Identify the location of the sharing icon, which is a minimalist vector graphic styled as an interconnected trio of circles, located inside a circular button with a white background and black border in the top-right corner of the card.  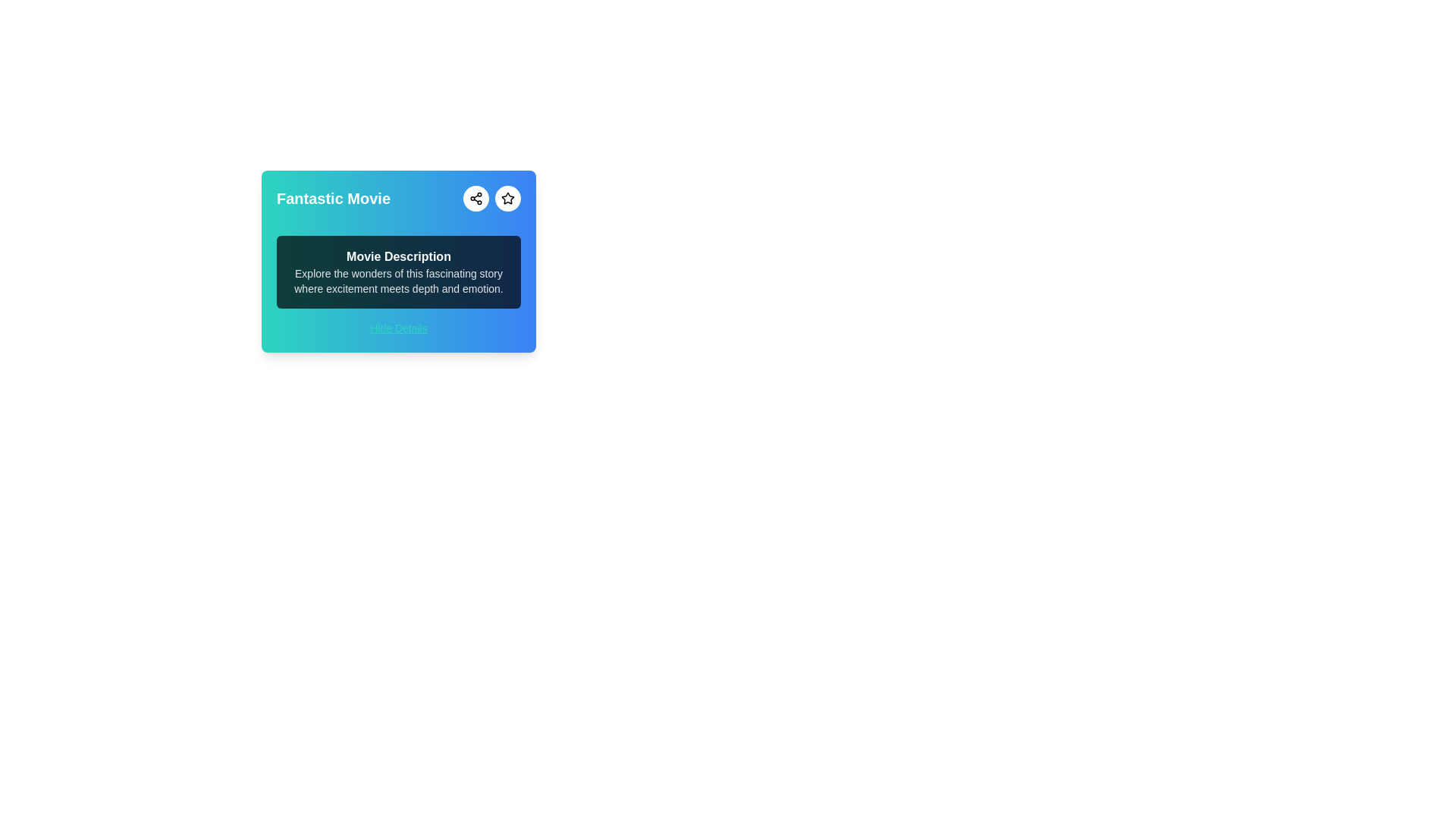
(475, 198).